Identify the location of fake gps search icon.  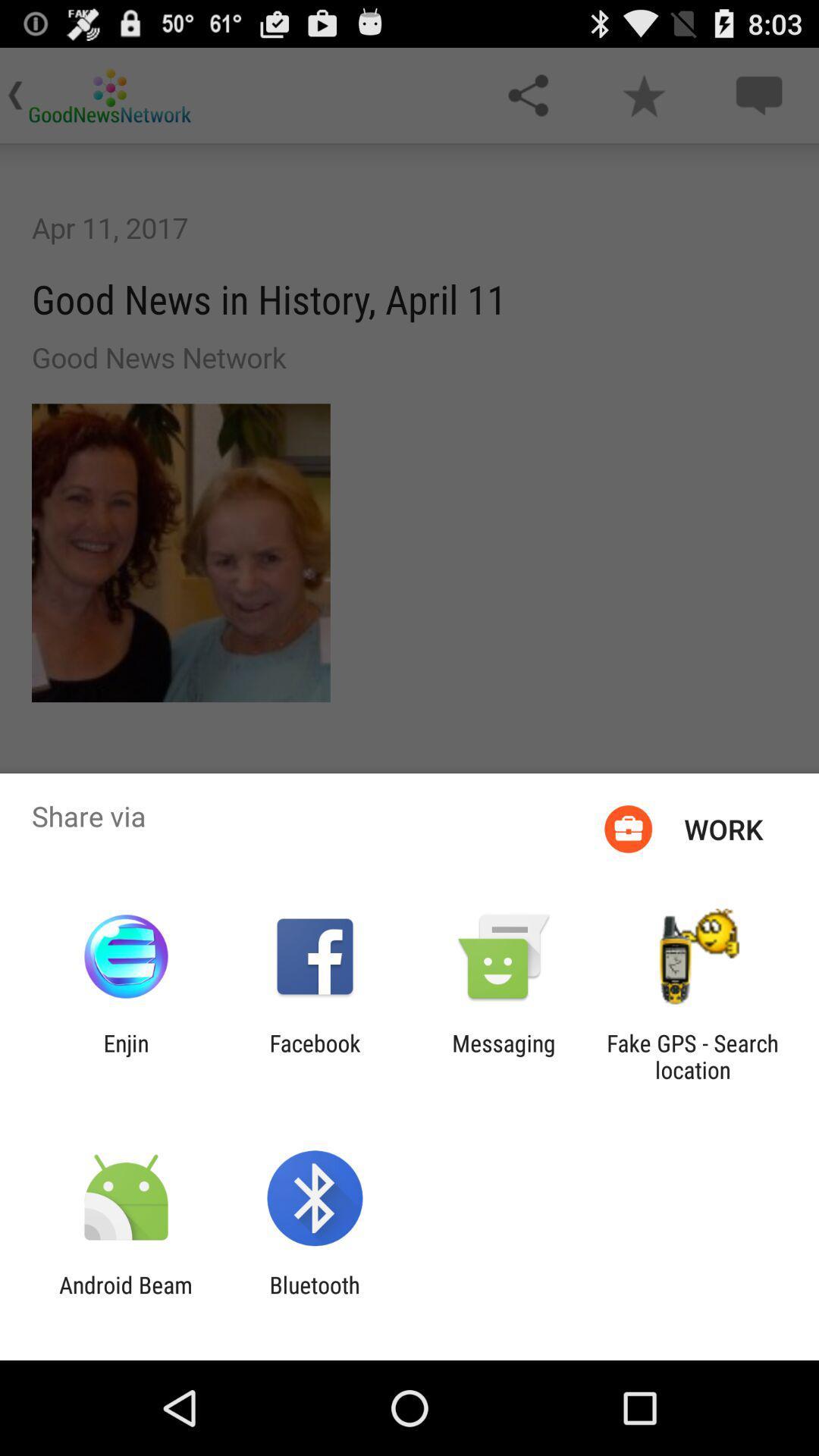
(692, 1056).